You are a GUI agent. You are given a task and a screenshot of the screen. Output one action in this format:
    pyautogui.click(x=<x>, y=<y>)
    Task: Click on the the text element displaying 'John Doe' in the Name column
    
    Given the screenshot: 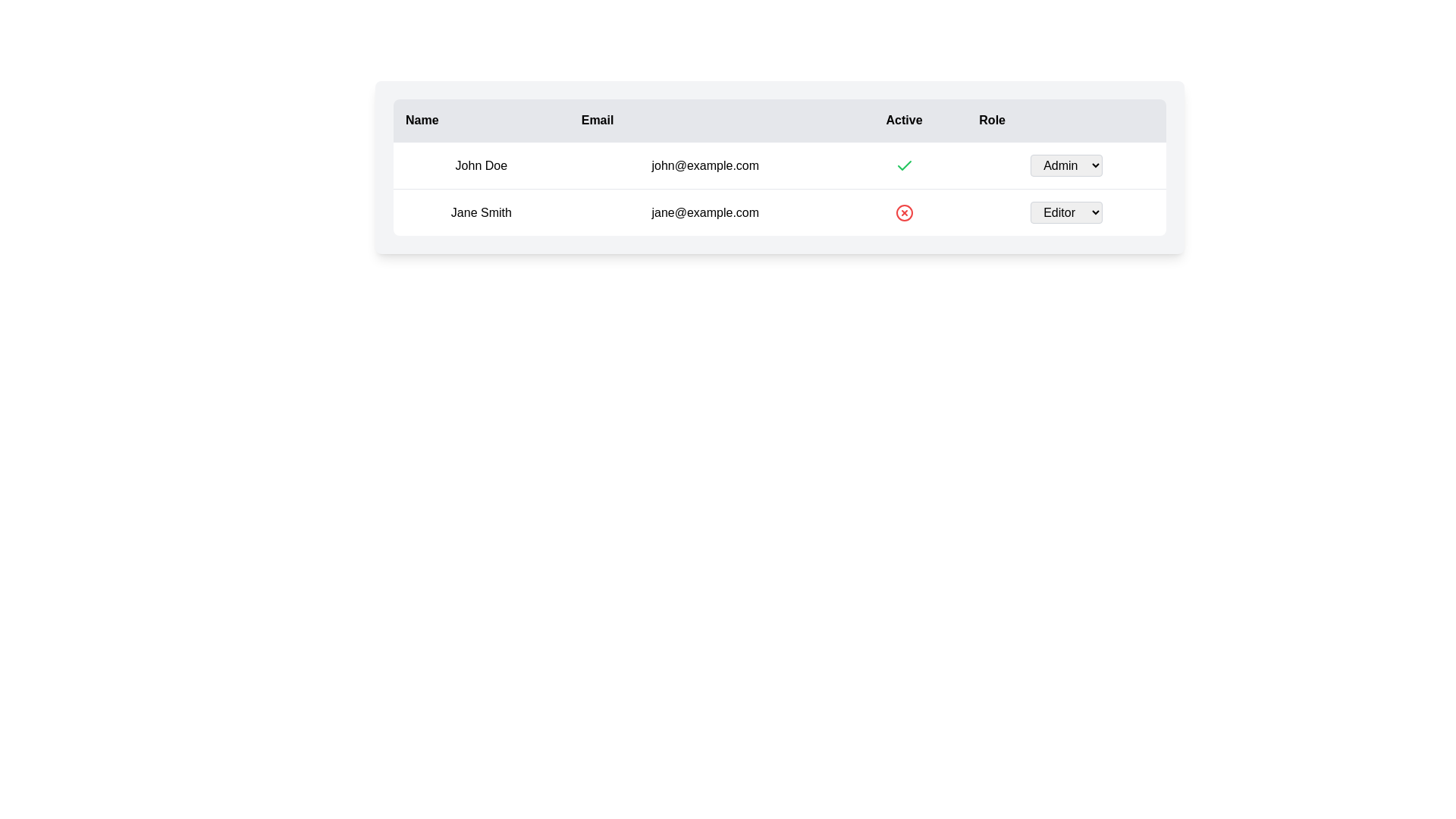 What is the action you would take?
    pyautogui.click(x=480, y=165)
    